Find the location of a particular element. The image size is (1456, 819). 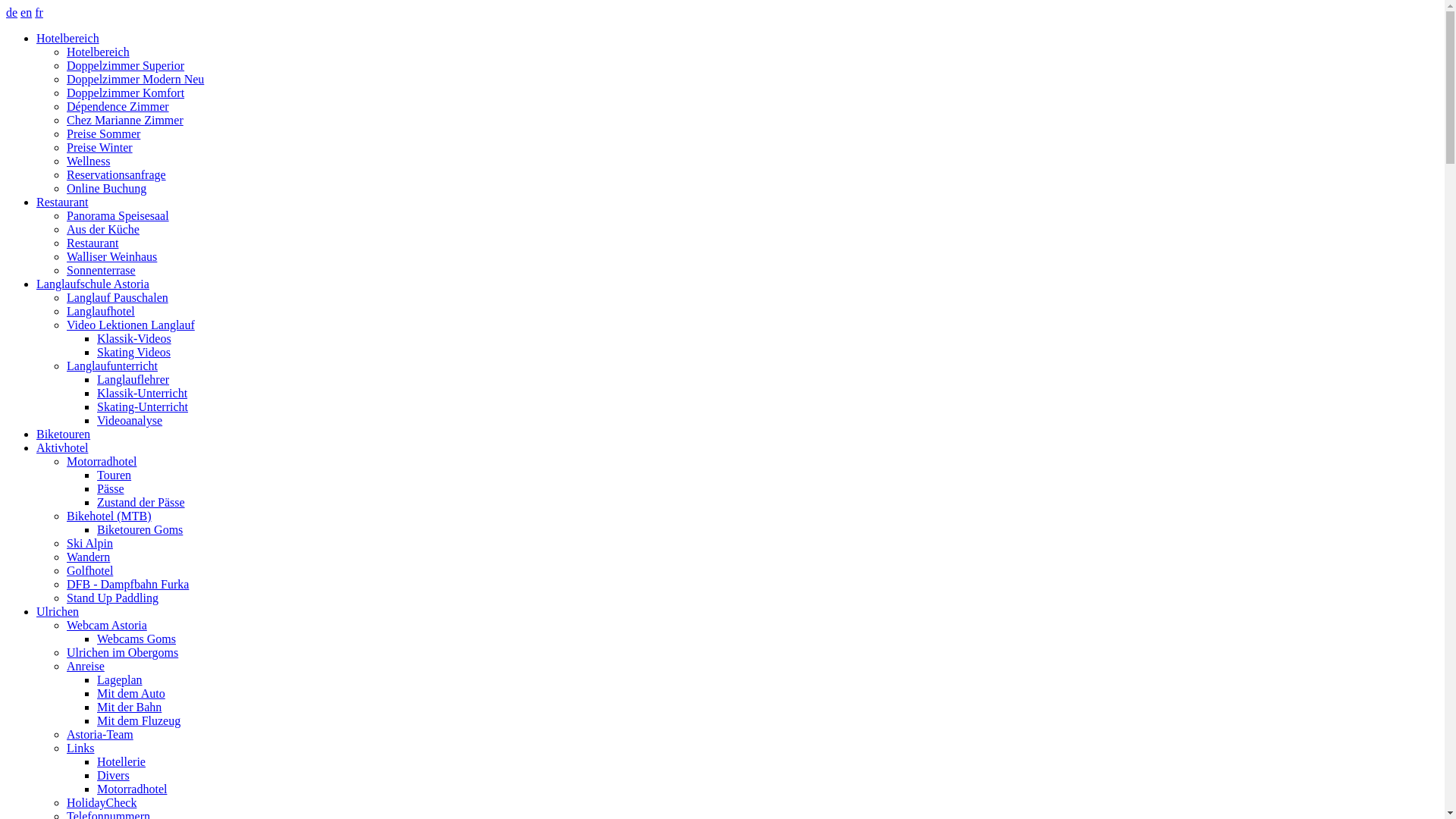

'Restaurant' is located at coordinates (36, 201).